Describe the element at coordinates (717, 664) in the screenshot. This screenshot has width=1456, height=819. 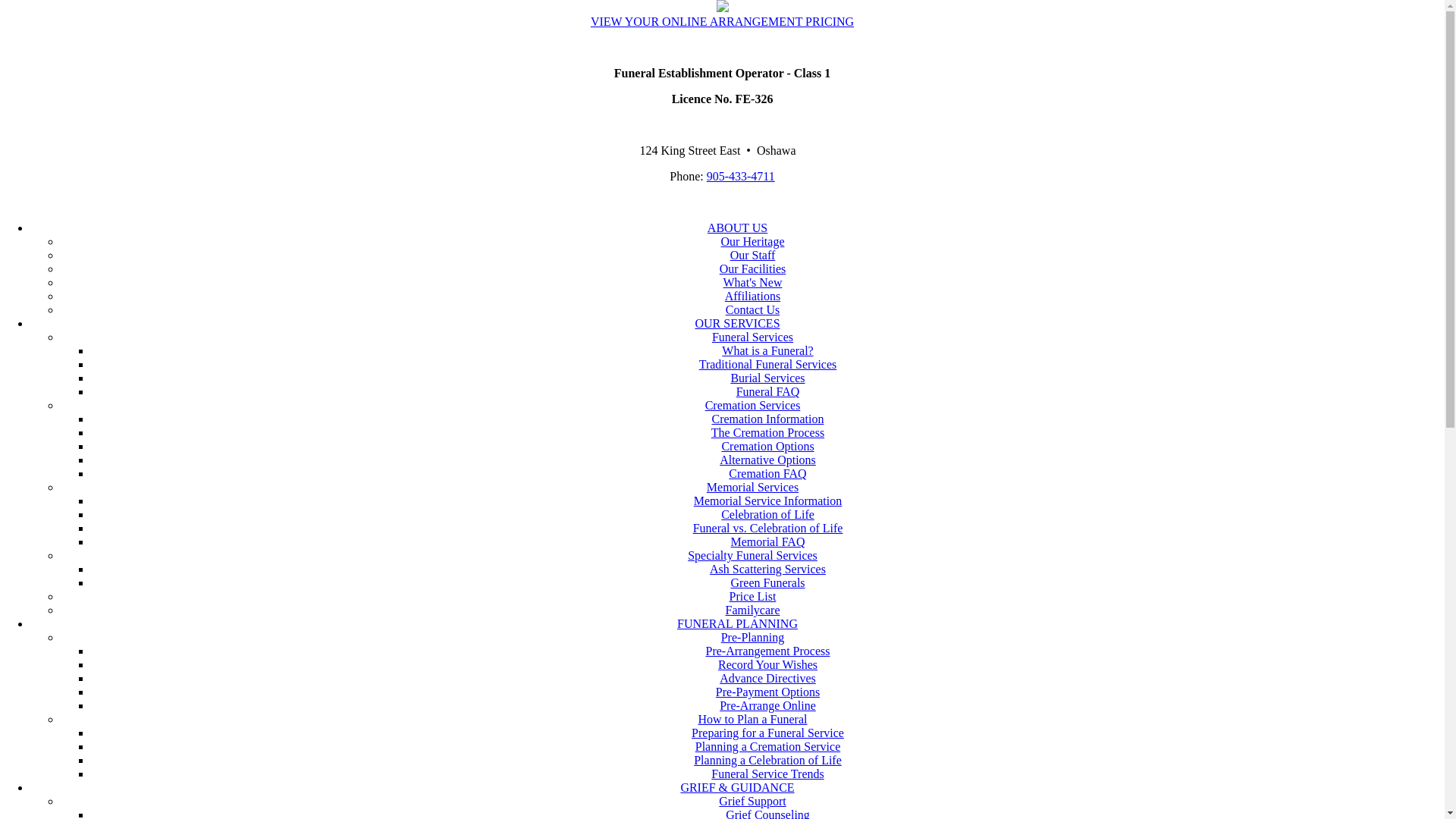
I see `'Record Your Wishes'` at that location.